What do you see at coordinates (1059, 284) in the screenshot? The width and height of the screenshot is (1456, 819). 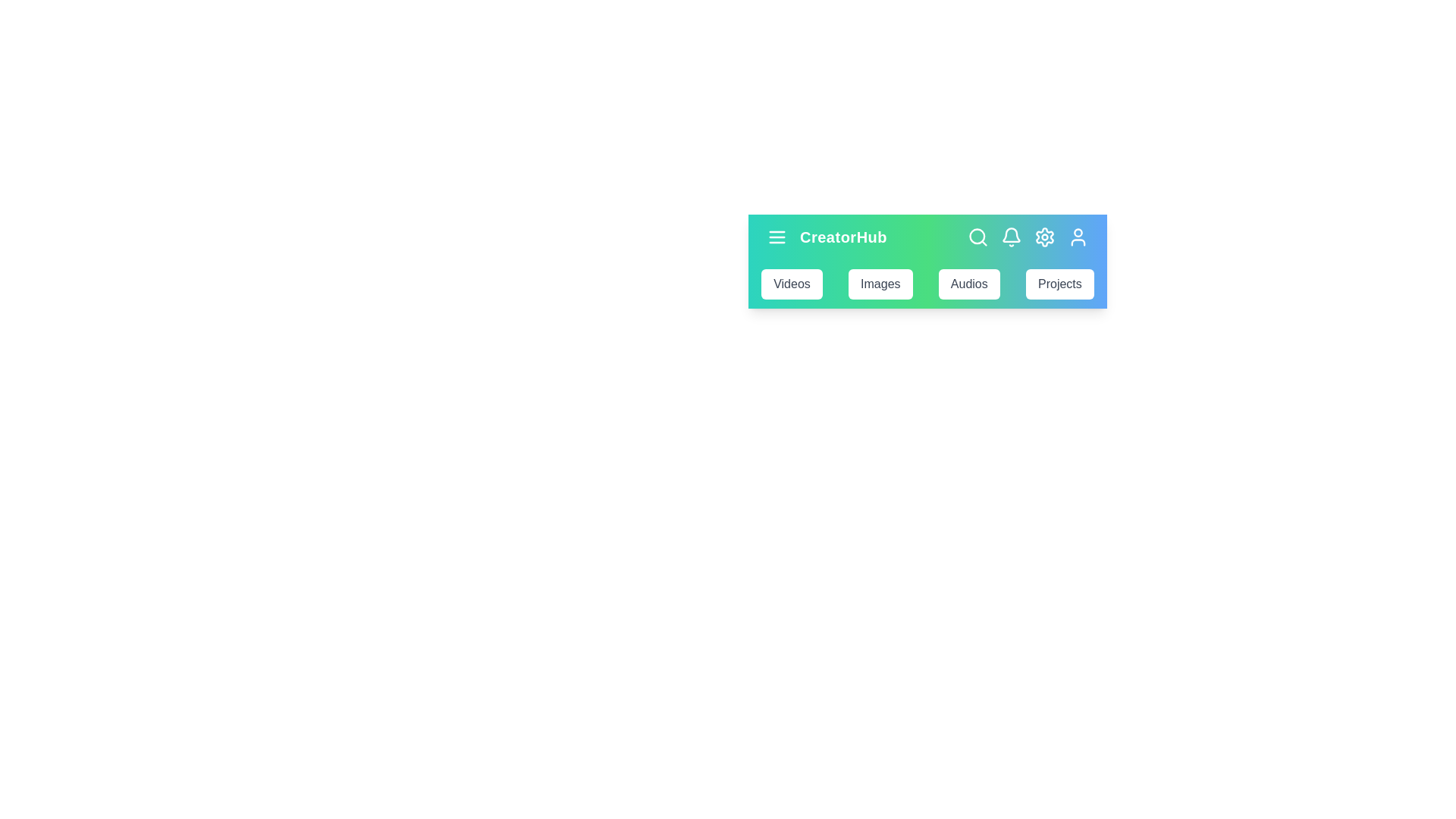 I see `the Projects navigation bar item to navigate to its section` at bounding box center [1059, 284].